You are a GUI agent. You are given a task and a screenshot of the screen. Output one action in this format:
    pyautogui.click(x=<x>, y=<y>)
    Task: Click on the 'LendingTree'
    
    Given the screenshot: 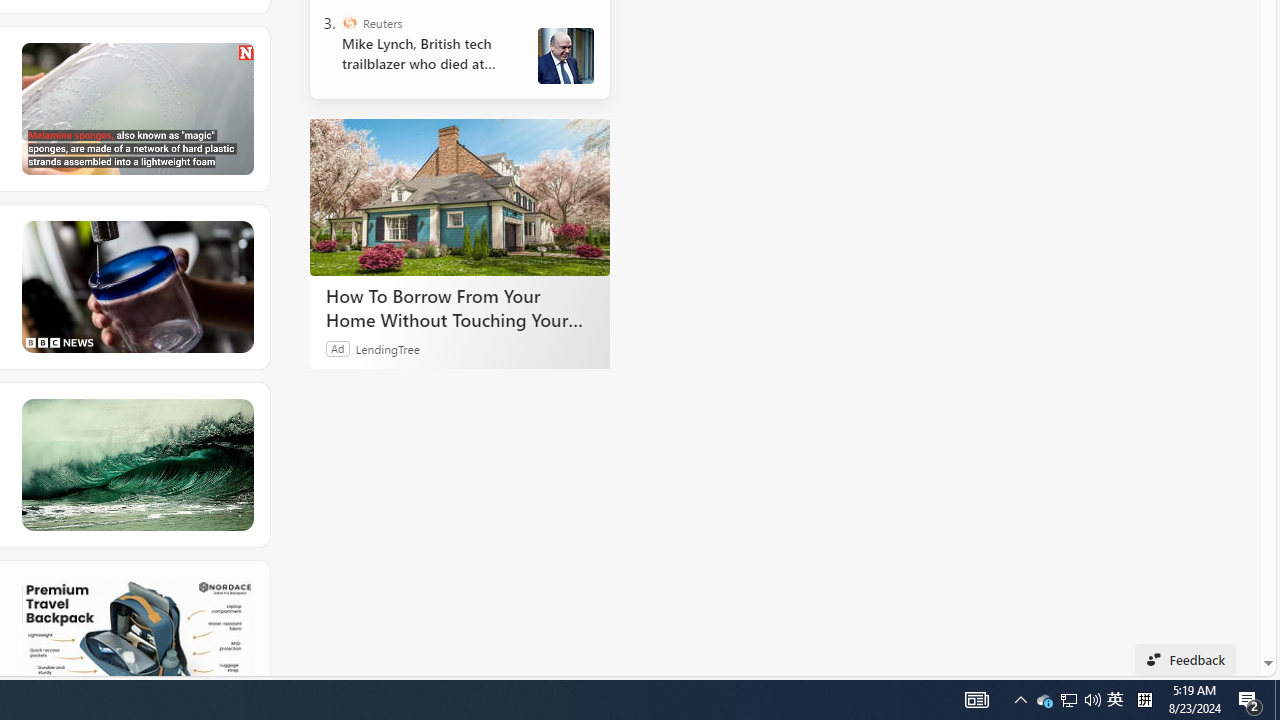 What is the action you would take?
    pyautogui.click(x=387, y=347)
    